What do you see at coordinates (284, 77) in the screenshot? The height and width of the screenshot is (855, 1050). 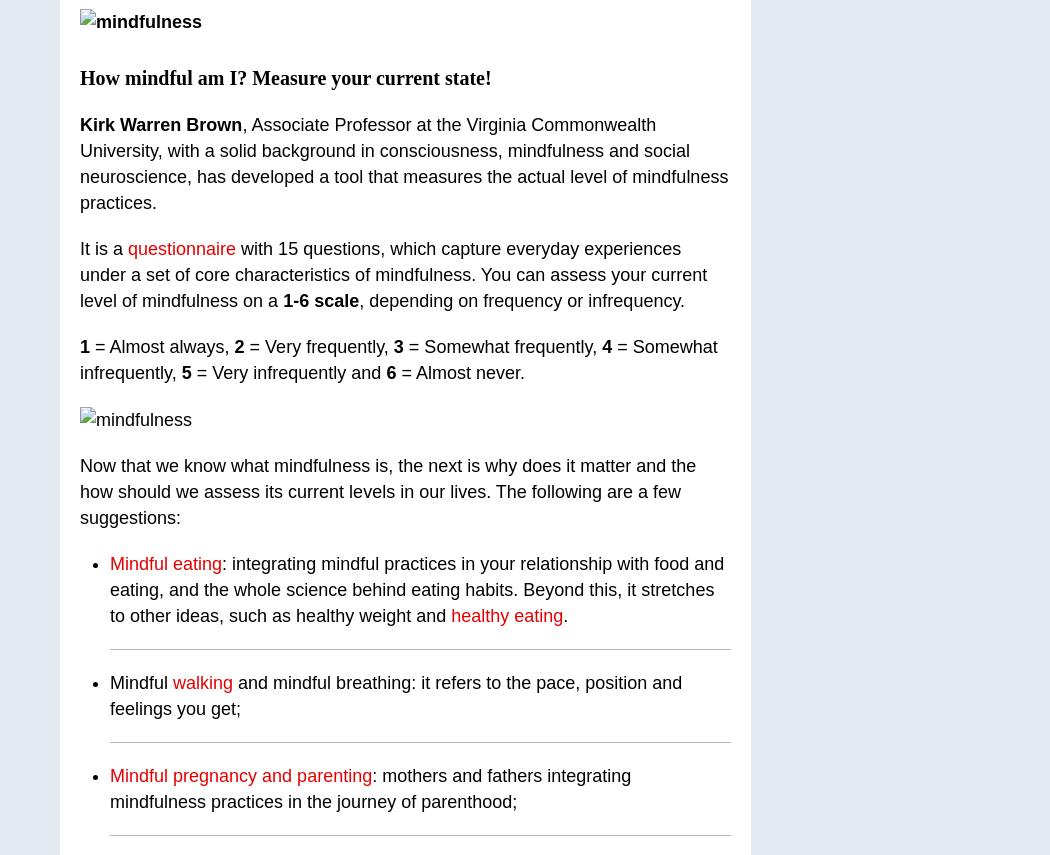 I see `'How mindful am I? Measure your current state!'` at bounding box center [284, 77].